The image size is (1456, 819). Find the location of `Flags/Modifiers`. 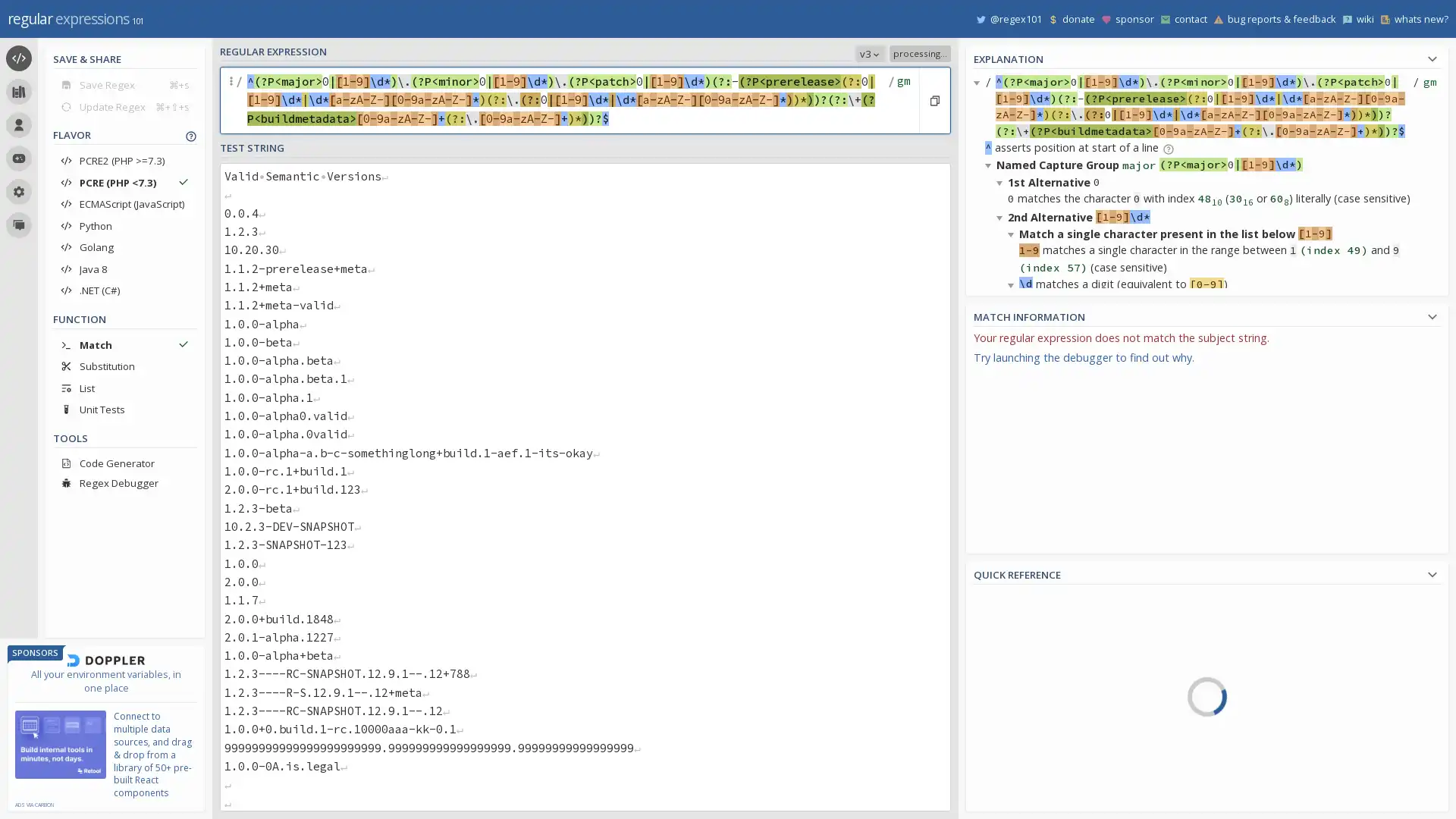

Flags/Modifiers is located at coordinates (1044, 801).